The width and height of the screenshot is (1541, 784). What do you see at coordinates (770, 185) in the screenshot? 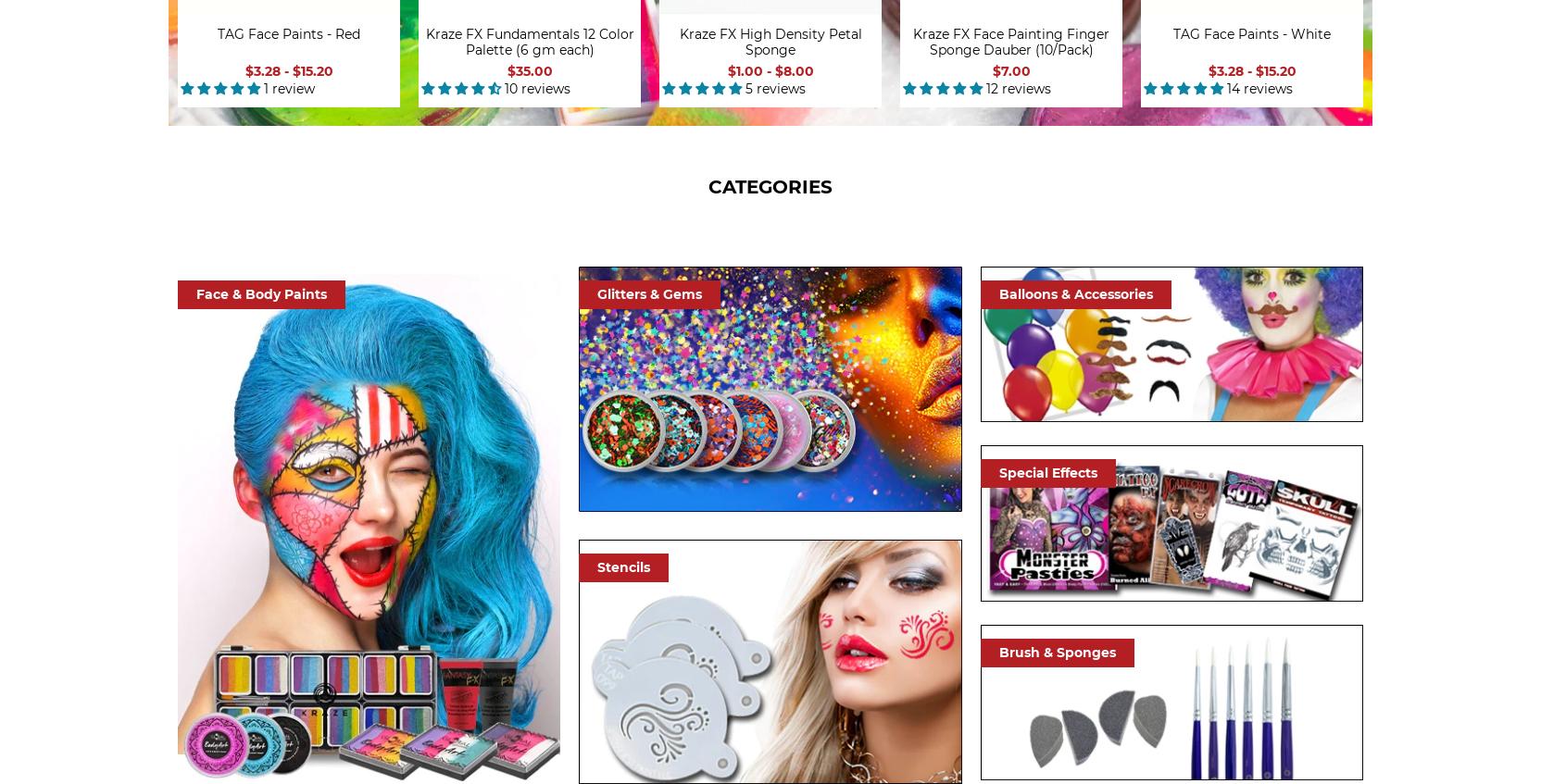
I see `'CATEGORIES'` at bounding box center [770, 185].